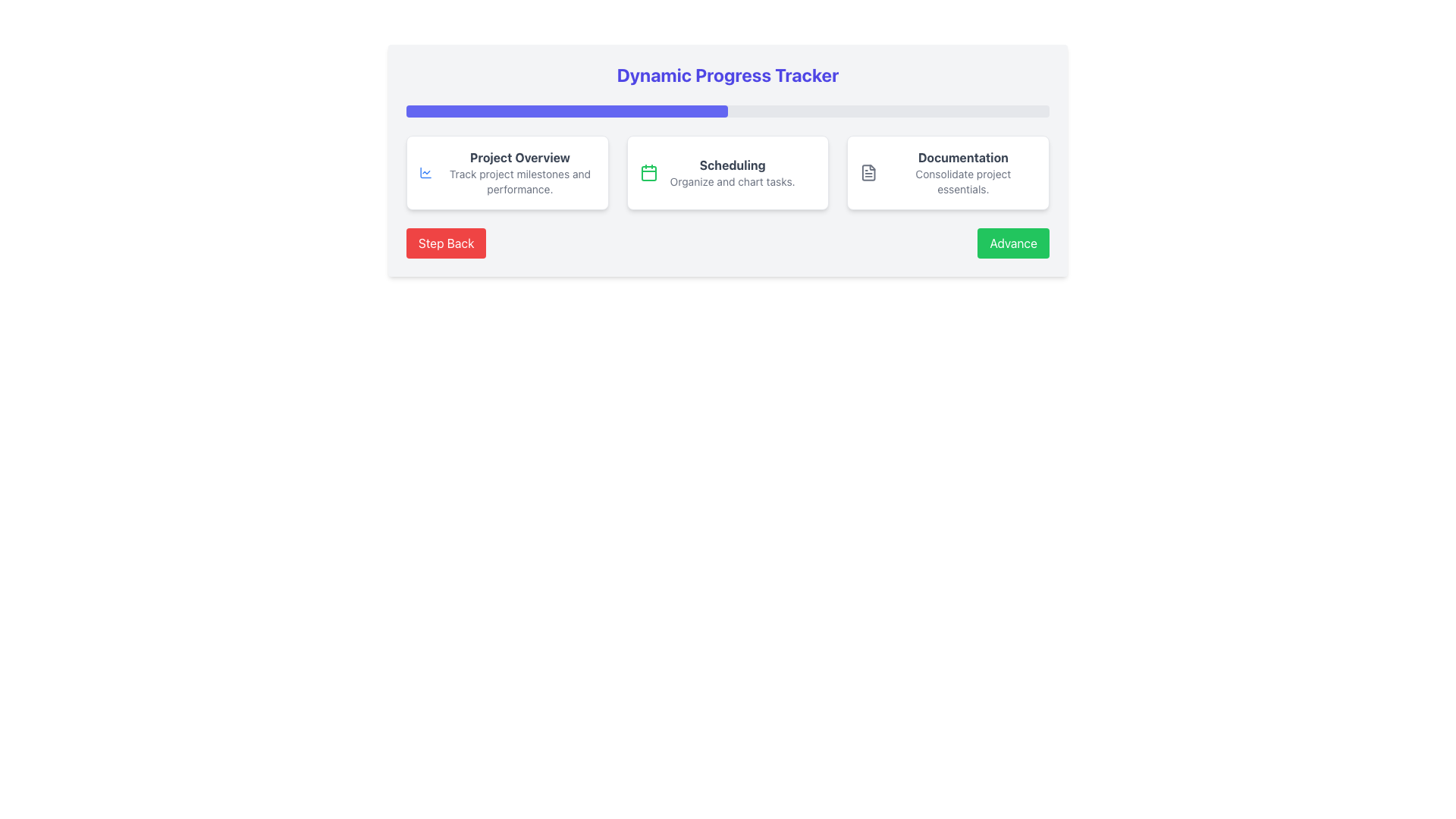 This screenshot has height=819, width=1456. I want to click on the 'Documentation' card component, so click(947, 171).